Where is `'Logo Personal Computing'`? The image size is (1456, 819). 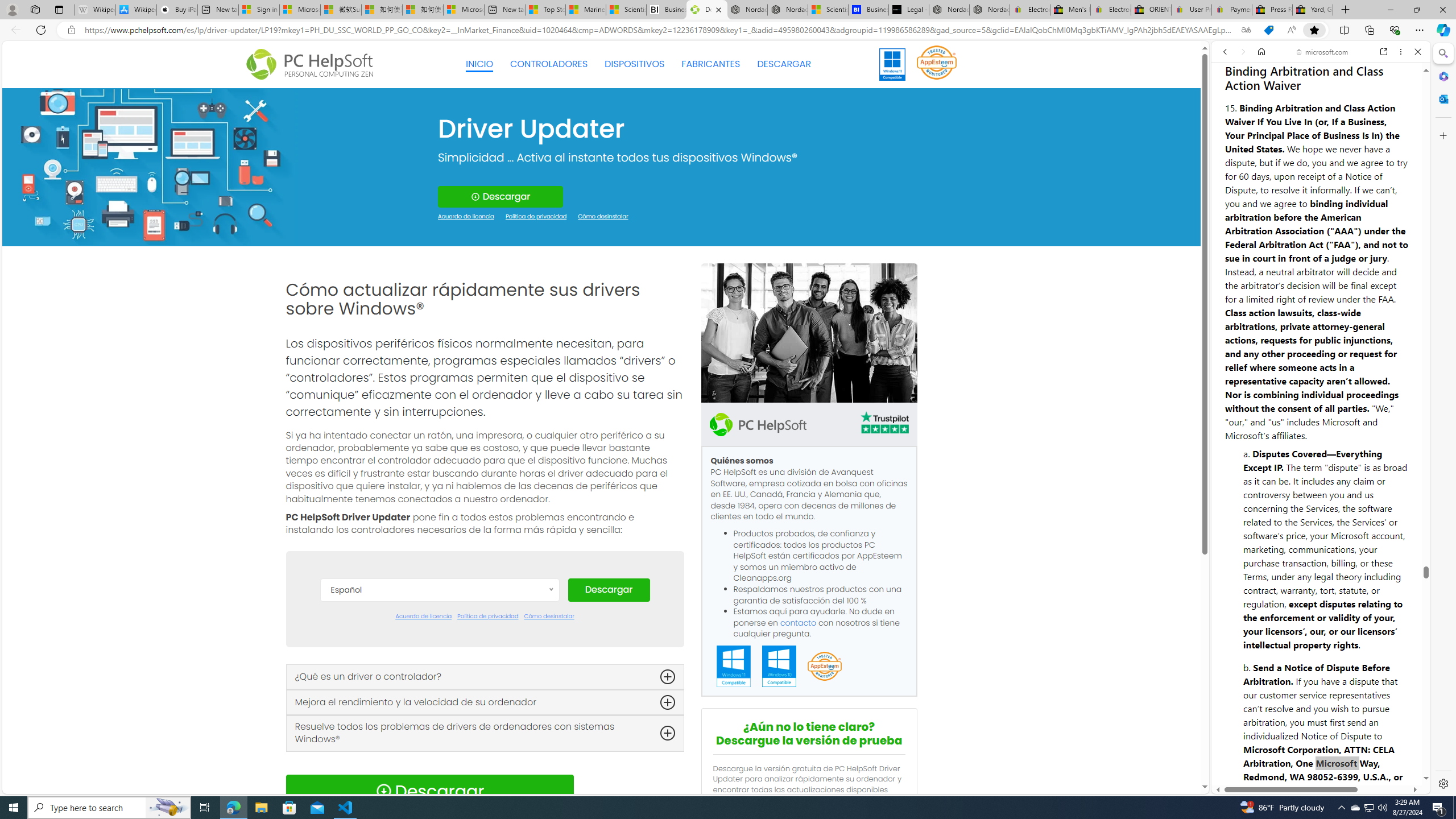
'Logo Personal Computing' is located at coordinates (313, 64).